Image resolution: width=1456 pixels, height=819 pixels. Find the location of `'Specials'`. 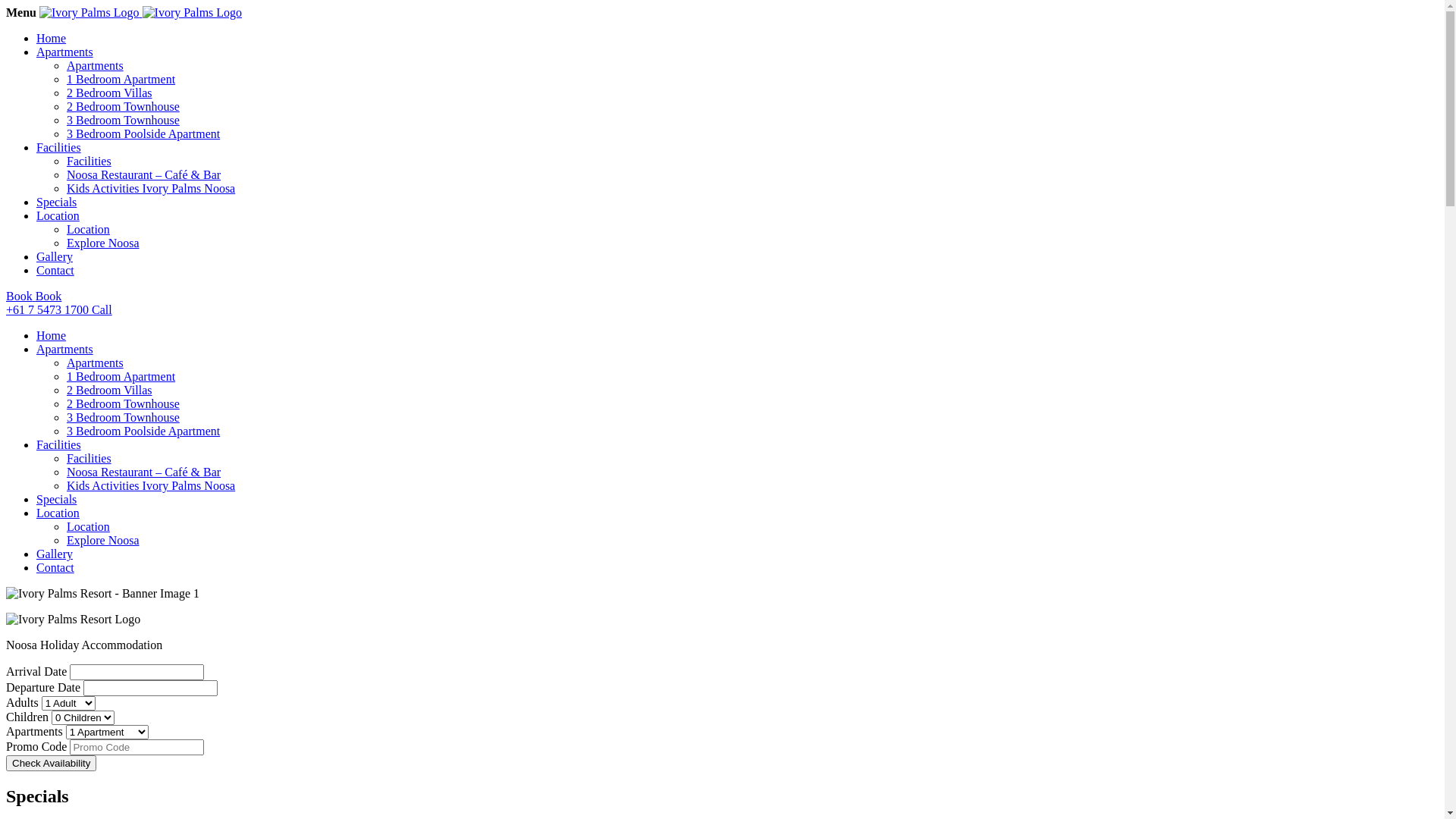

'Specials' is located at coordinates (56, 499).